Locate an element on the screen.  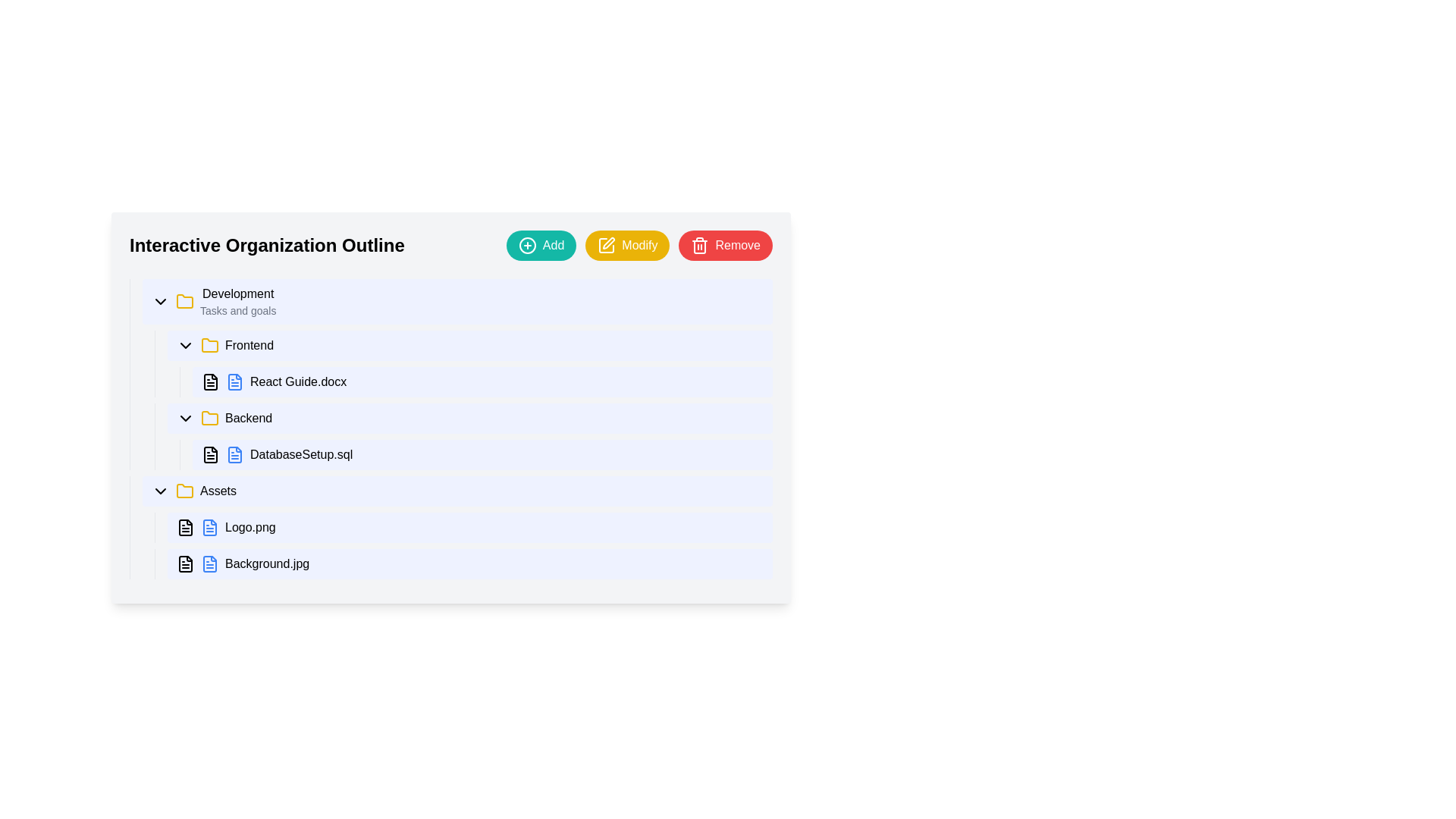
the 'Assets' text label located in the third-level indentation under the 'Development' section, adjacent to the yellow folder icon is located at coordinates (218, 491).